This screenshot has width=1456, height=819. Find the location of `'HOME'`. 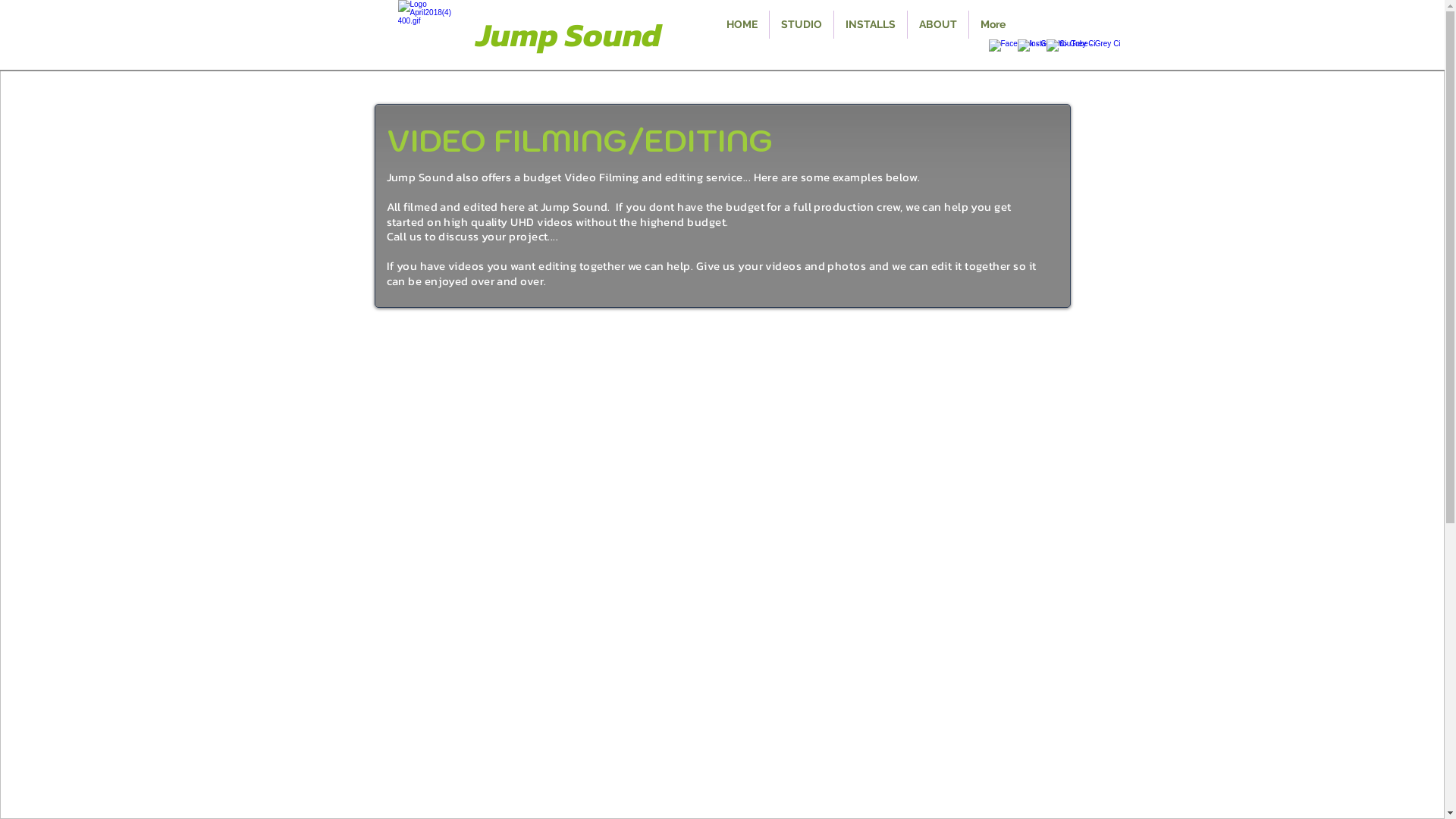

'HOME' is located at coordinates (742, 24).